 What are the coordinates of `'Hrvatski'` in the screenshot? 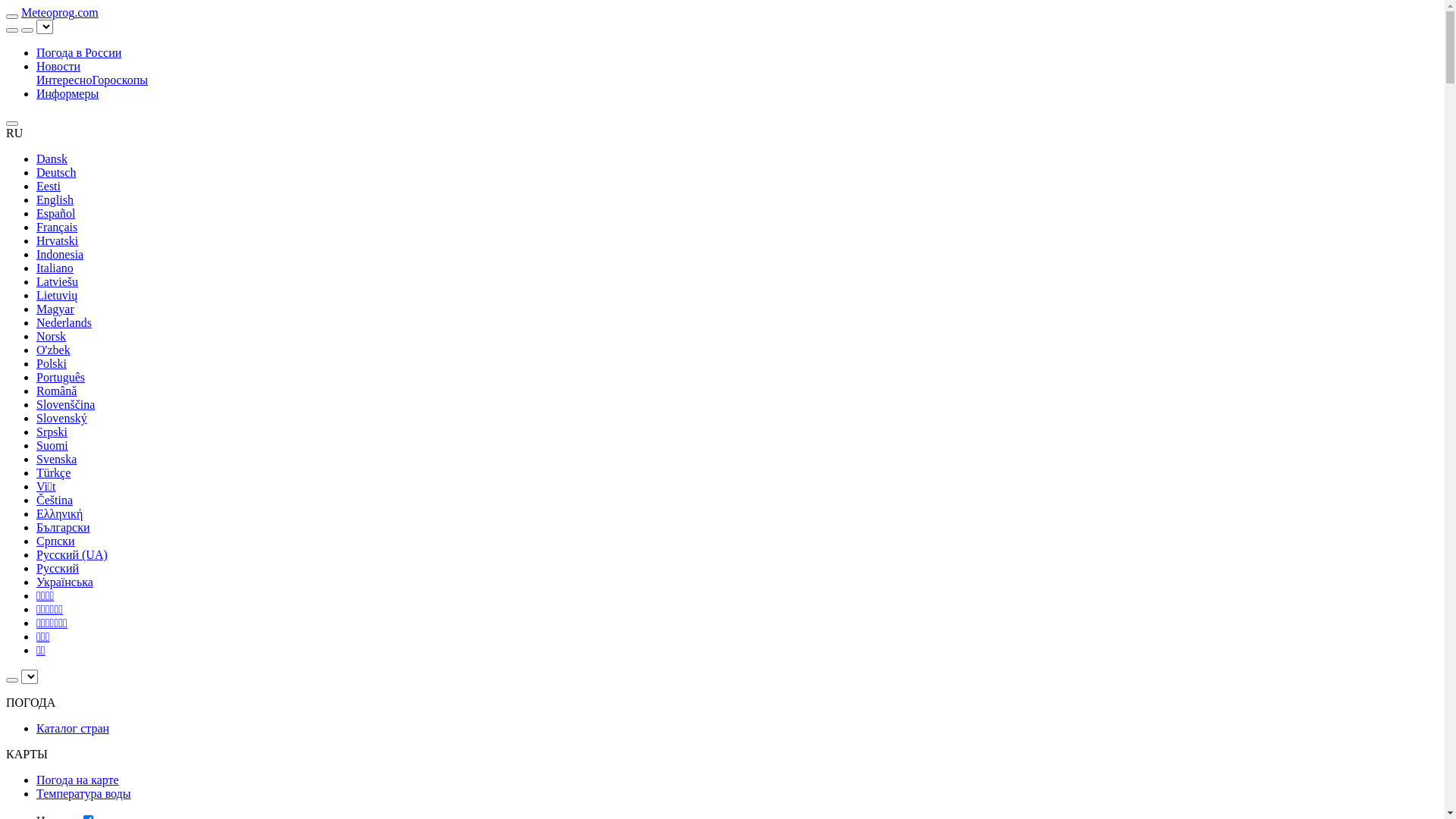 It's located at (57, 240).